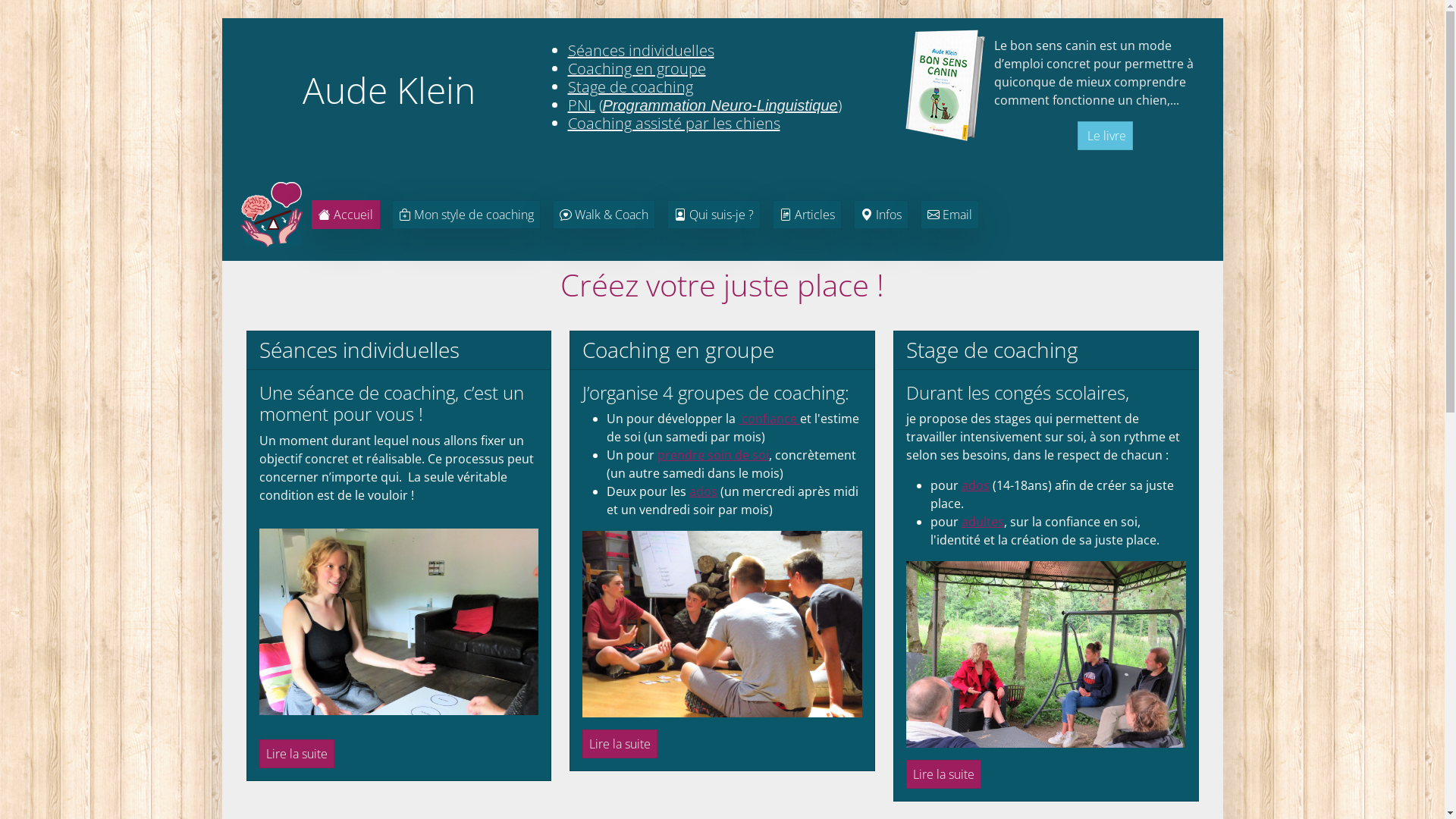  I want to click on 'Email', so click(949, 214).